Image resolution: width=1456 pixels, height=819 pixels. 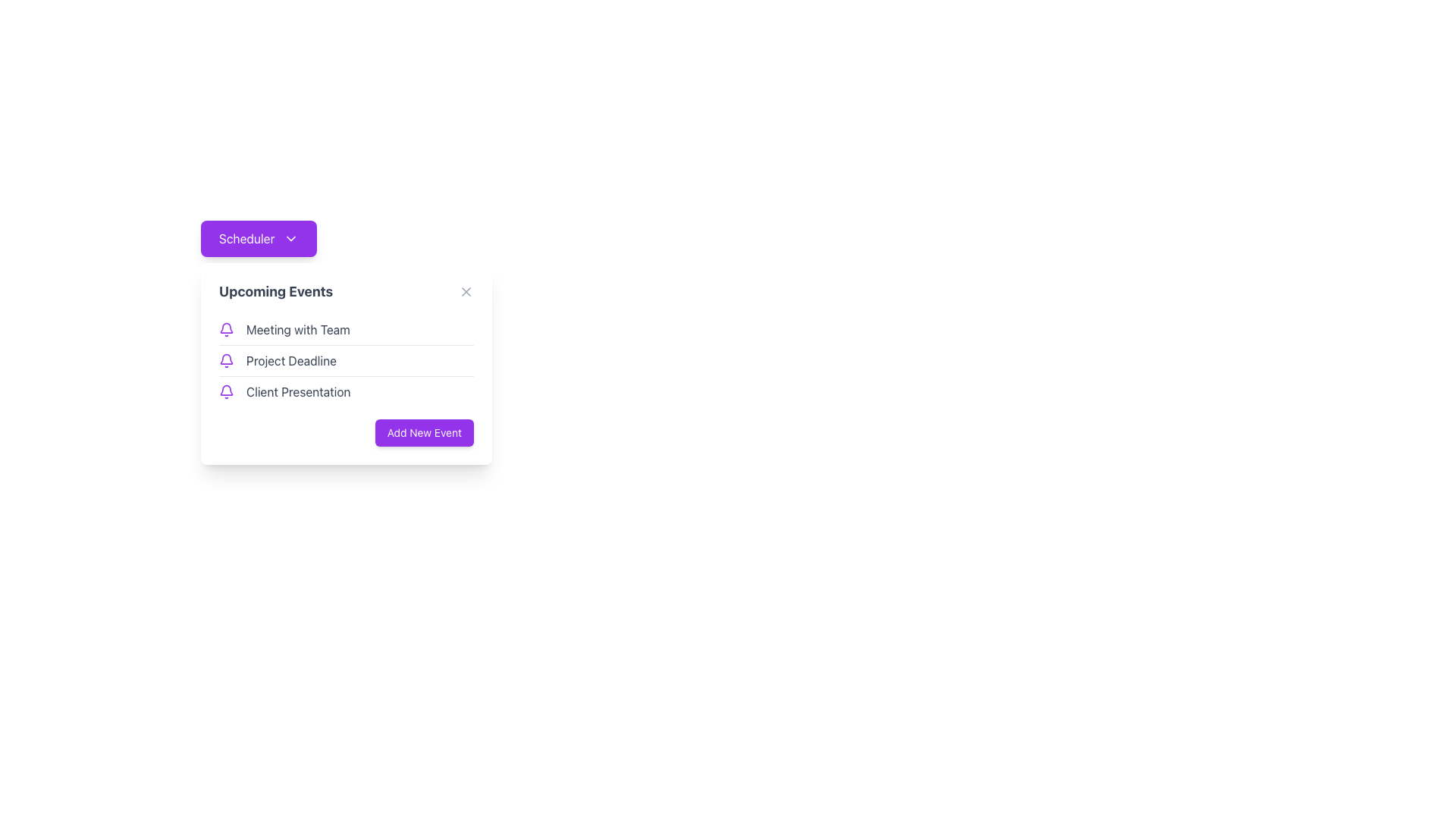 What do you see at coordinates (345, 239) in the screenshot?
I see `the dropdown menu located above the 'Upcoming Events' section` at bounding box center [345, 239].